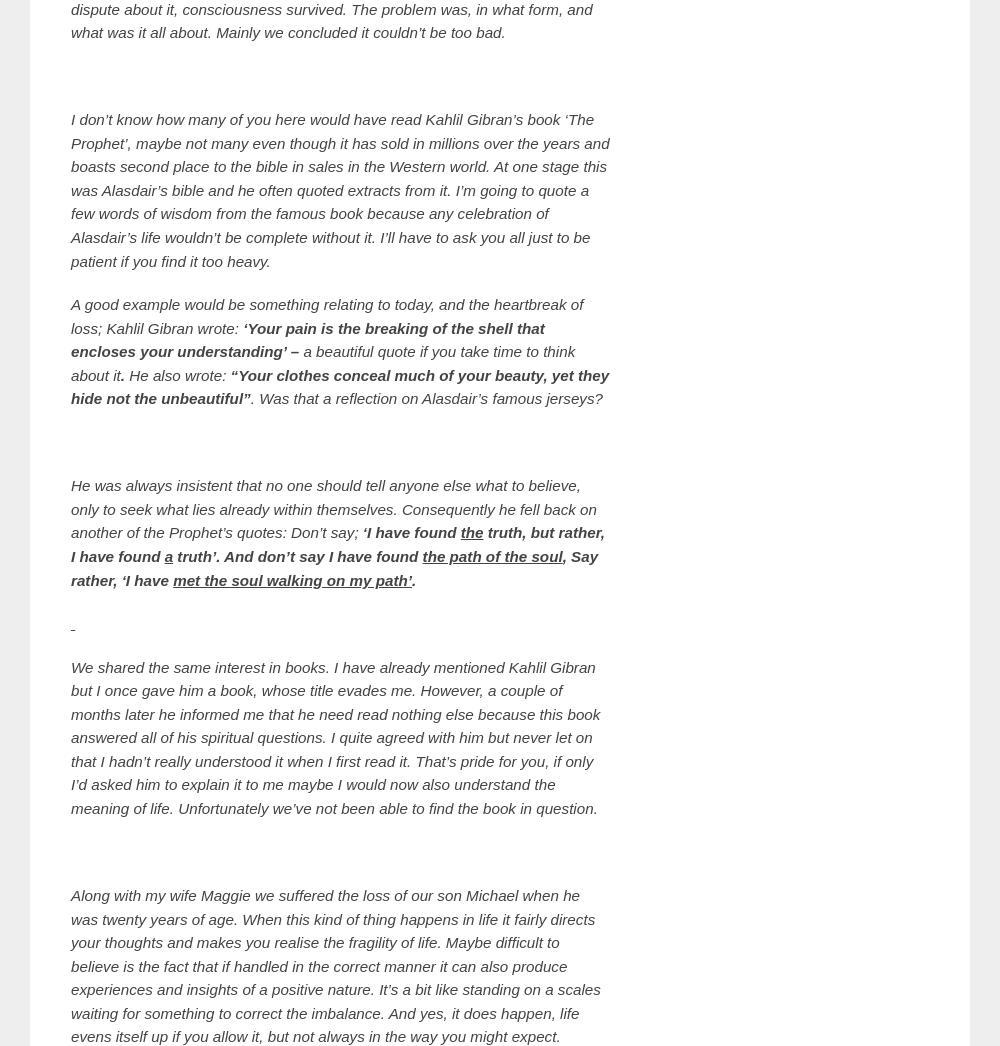 The height and width of the screenshot is (1046, 1000). What do you see at coordinates (70, 566) in the screenshot?
I see `', Say rather, ‘I have'` at bounding box center [70, 566].